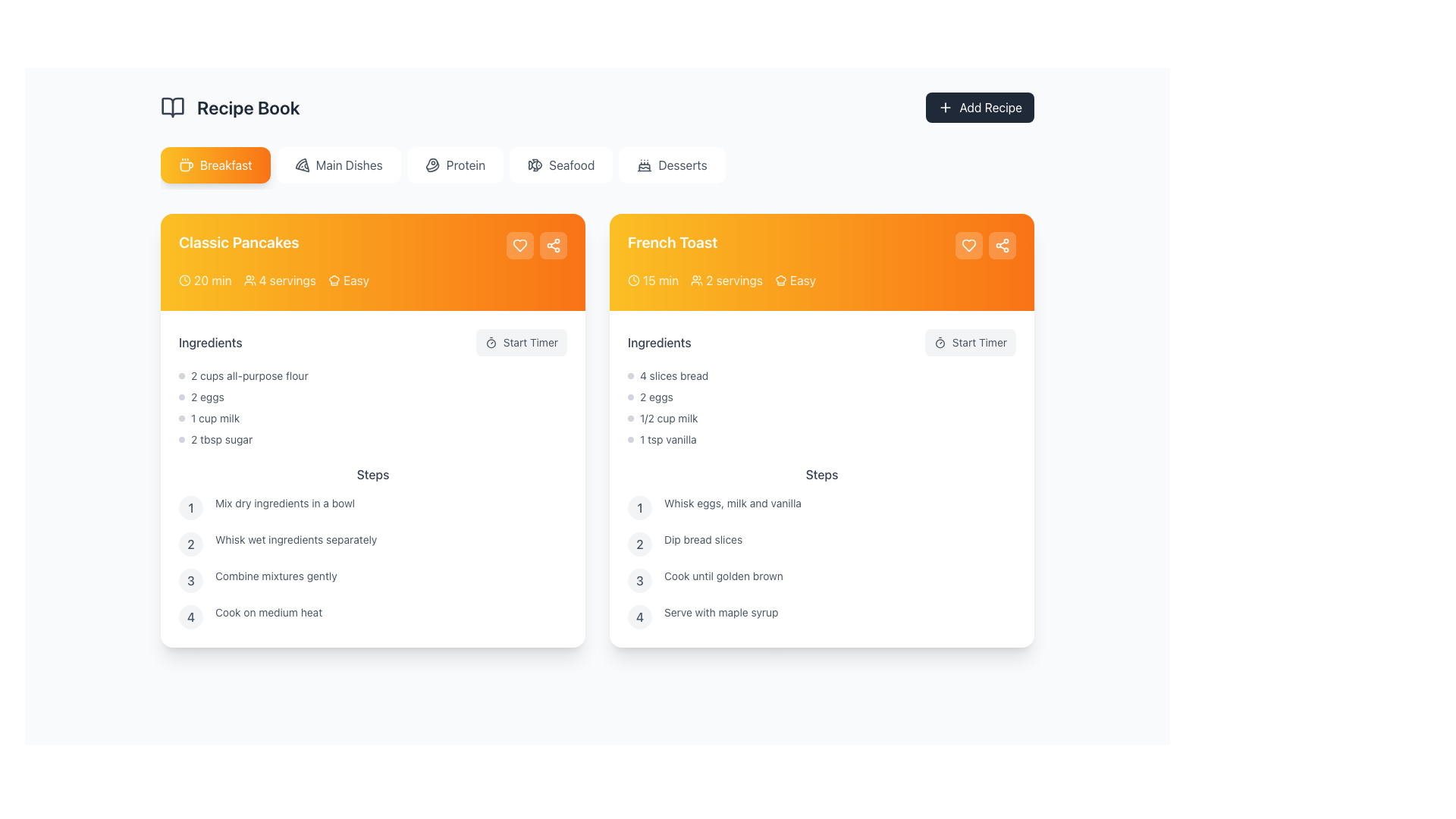 Image resolution: width=1456 pixels, height=819 pixels. I want to click on the circular clock icon located on the left-hand side of the 'Start Timer' button within the 'French Toast' card, so click(633, 281).